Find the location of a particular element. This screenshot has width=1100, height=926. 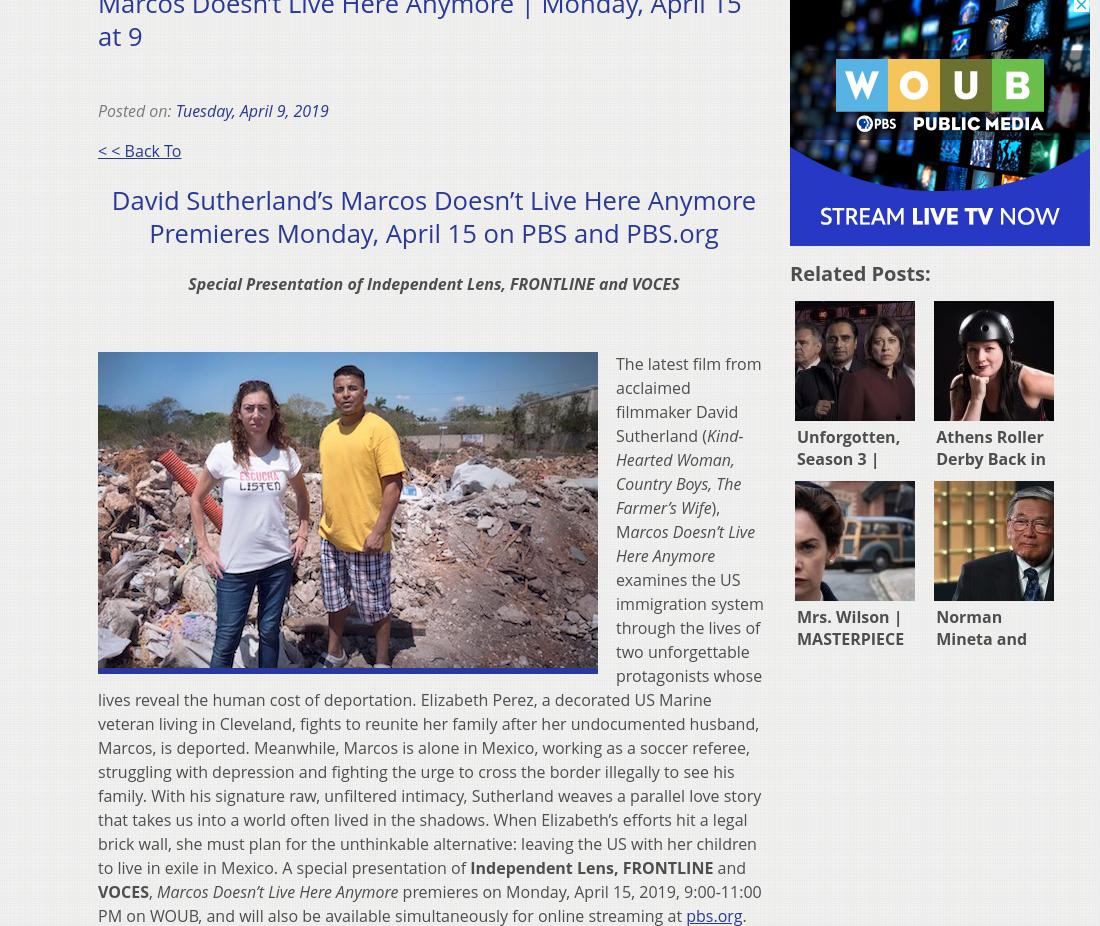

'Unforgotten, Season 3 | MASTERPIECE | Begins Sunday, April 7' is located at coordinates (855, 479).